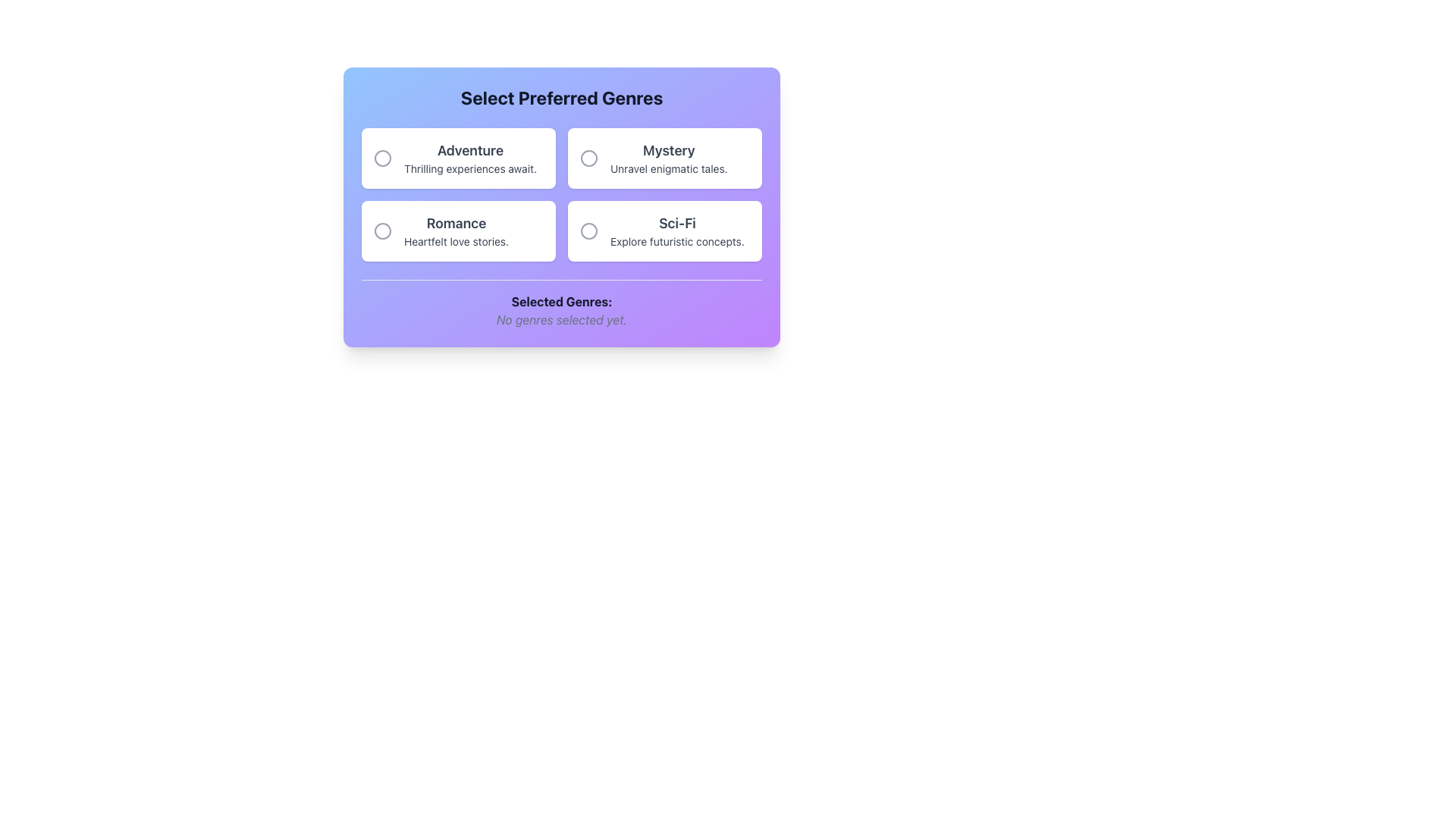  What do you see at coordinates (665, 231) in the screenshot?
I see `the 'Sci-Fi' button in the bottom-right corner of the grid` at bounding box center [665, 231].